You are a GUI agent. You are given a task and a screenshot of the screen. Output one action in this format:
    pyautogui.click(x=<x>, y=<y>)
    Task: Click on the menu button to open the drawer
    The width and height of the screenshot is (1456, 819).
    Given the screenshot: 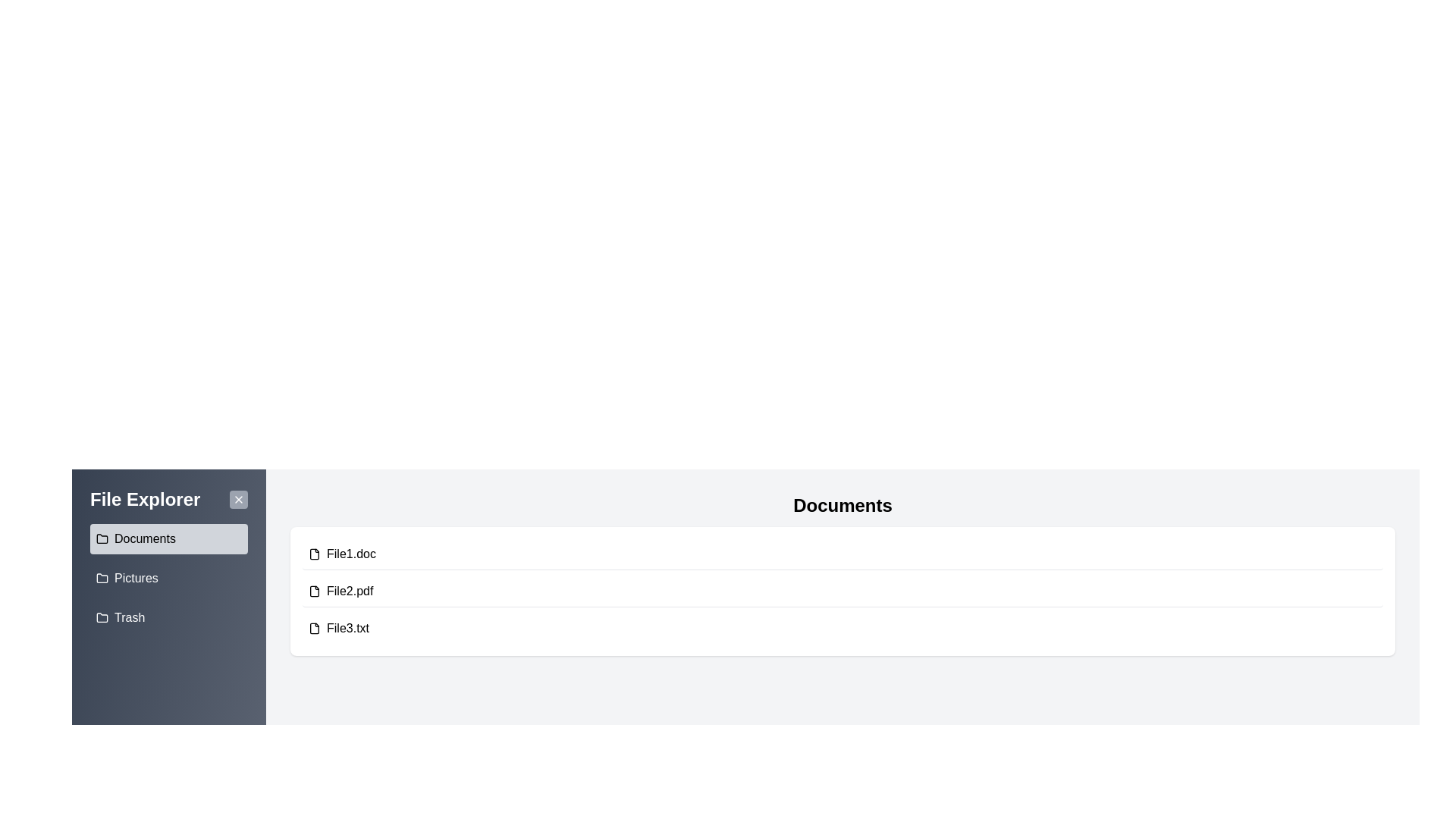 What is the action you would take?
    pyautogui.click(x=71, y=468)
    